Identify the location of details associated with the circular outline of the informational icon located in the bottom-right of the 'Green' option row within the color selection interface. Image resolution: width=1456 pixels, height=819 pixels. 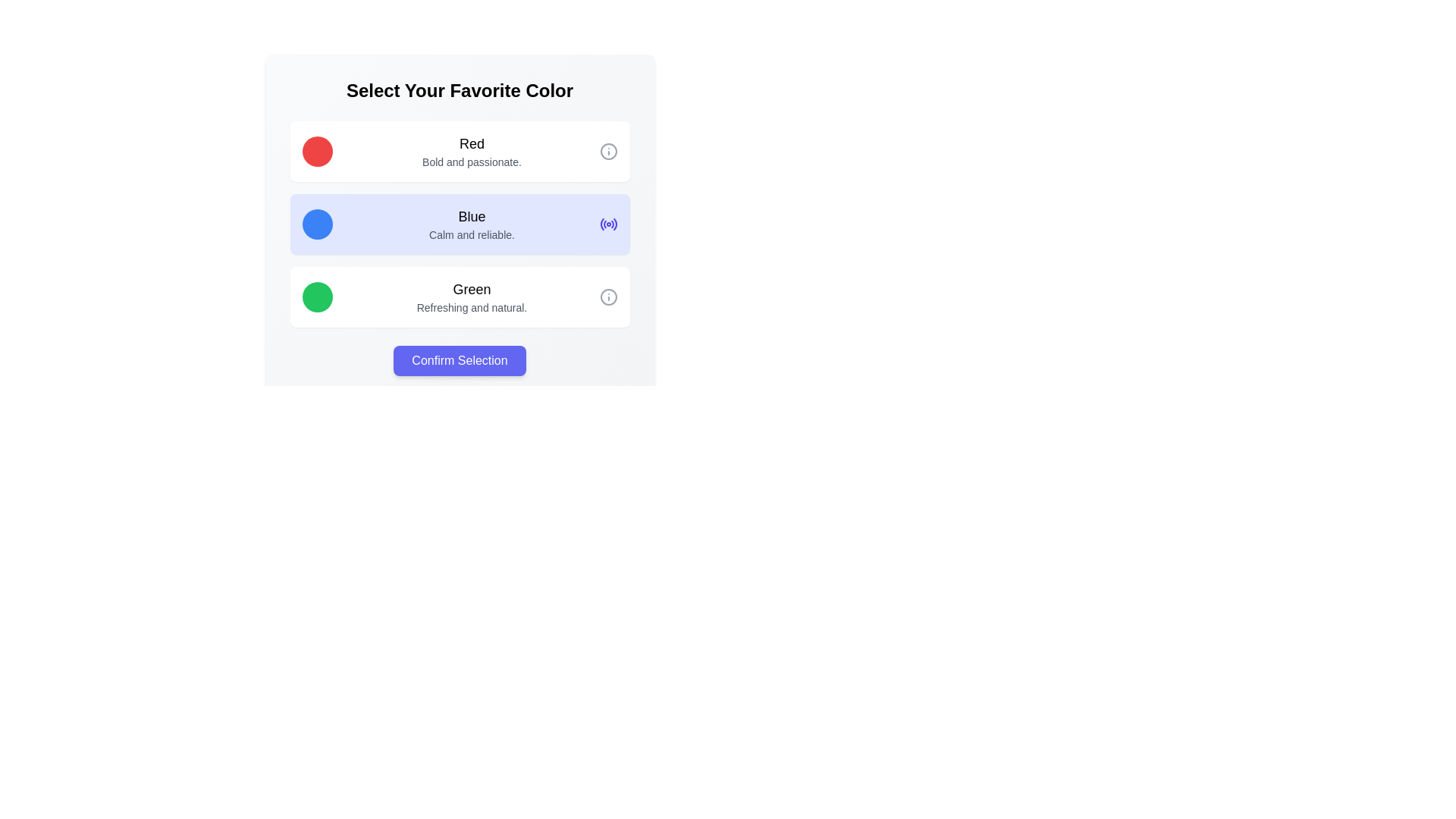
(608, 152).